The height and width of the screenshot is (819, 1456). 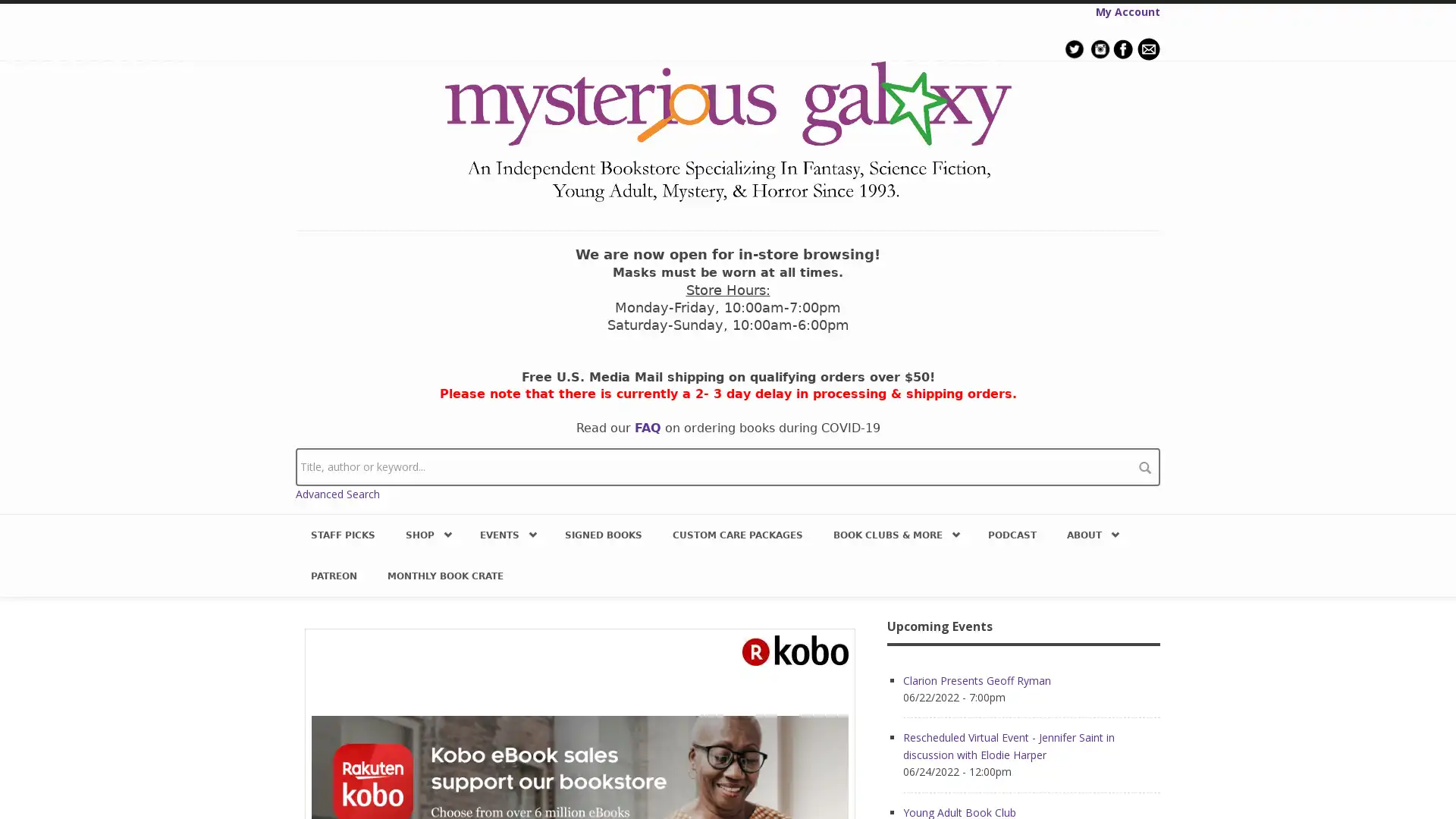 What do you see at coordinates (1145, 466) in the screenshot?
I see `search` at bounding box center [1145, 466].